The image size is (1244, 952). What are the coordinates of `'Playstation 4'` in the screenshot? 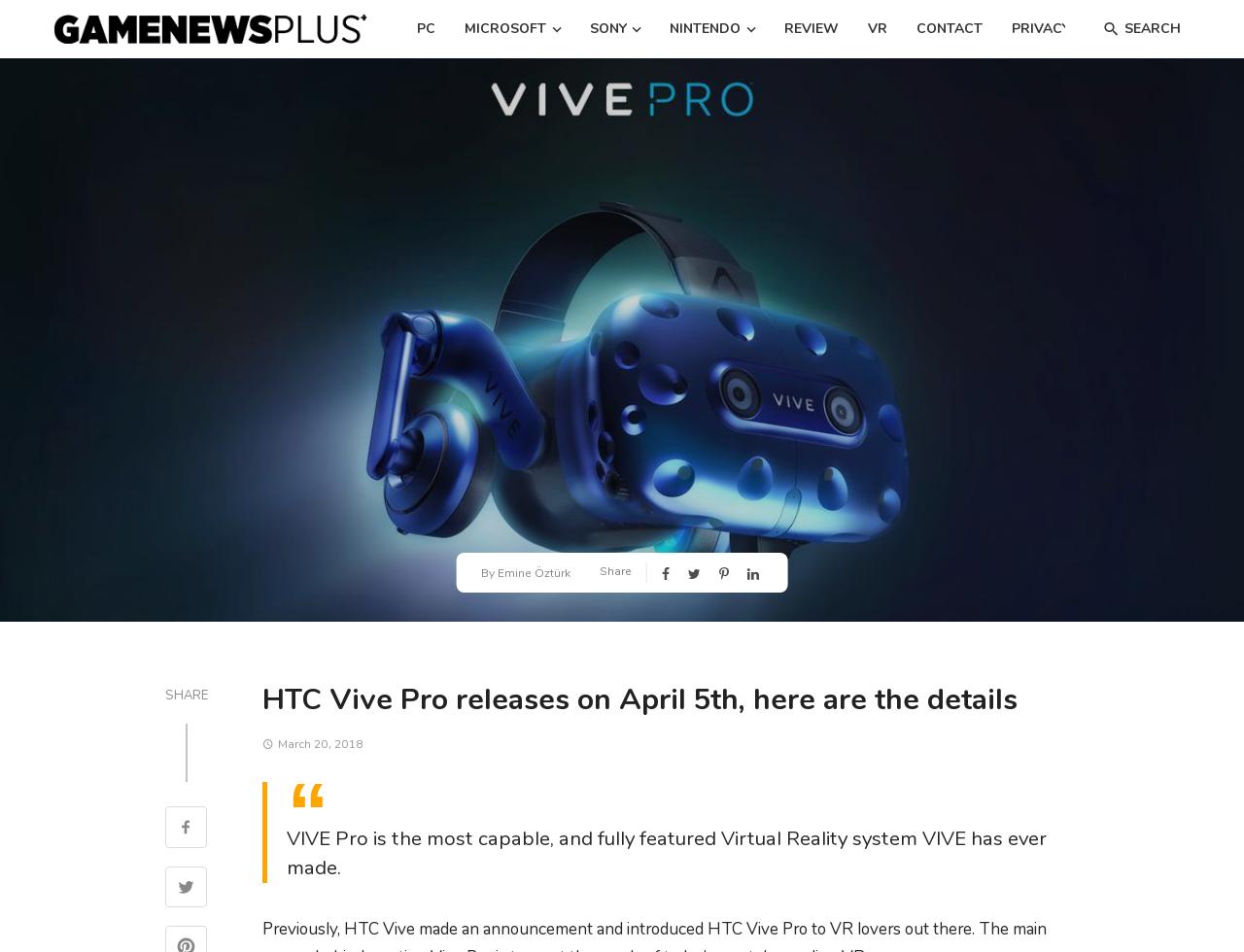 It's located at (592, 92).